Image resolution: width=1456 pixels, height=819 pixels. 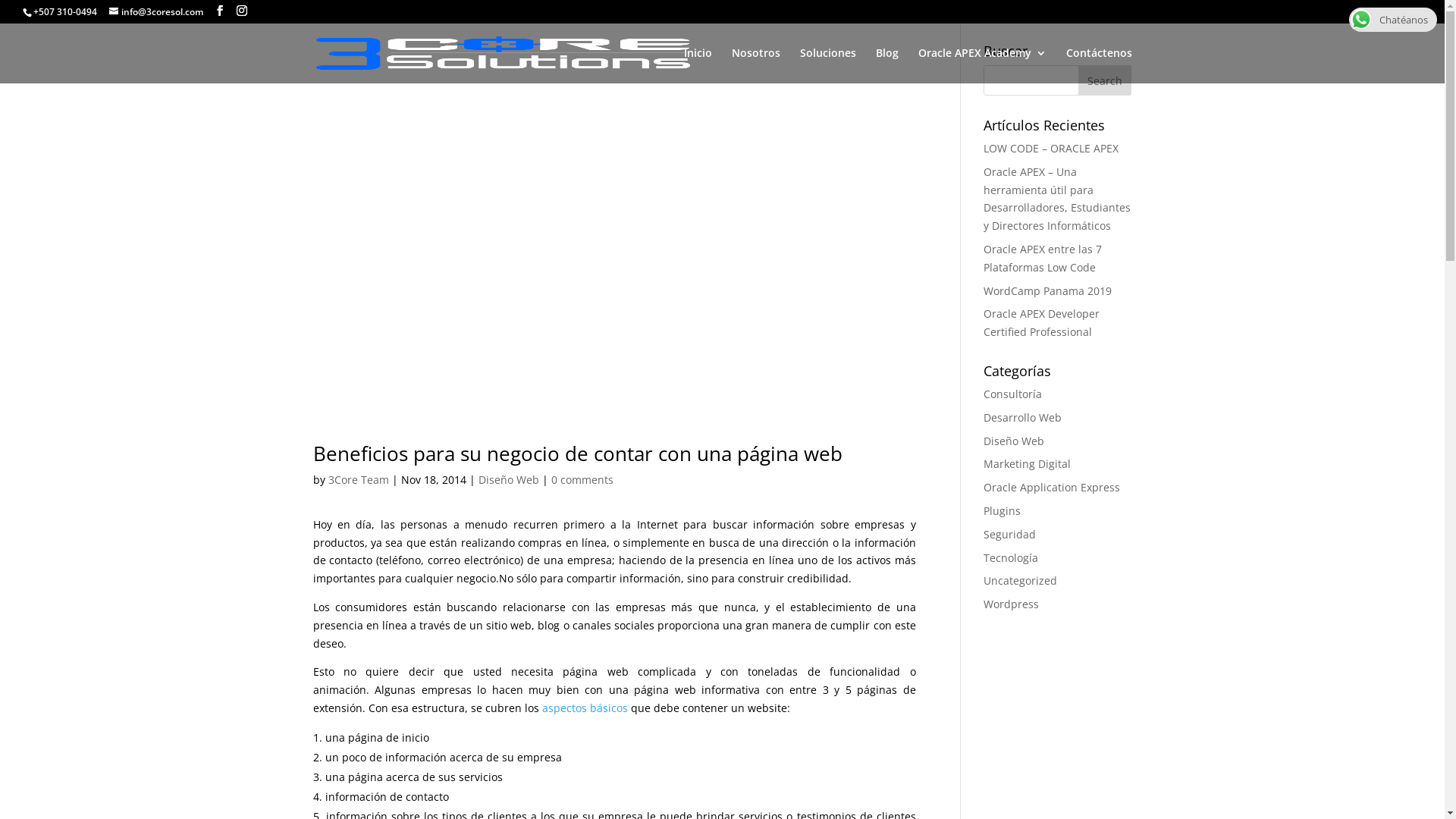 What do you see at coordinates (156, 11) in the screenshot?
I see `'info@3coresol.com'` at bounding box center [156, 11].